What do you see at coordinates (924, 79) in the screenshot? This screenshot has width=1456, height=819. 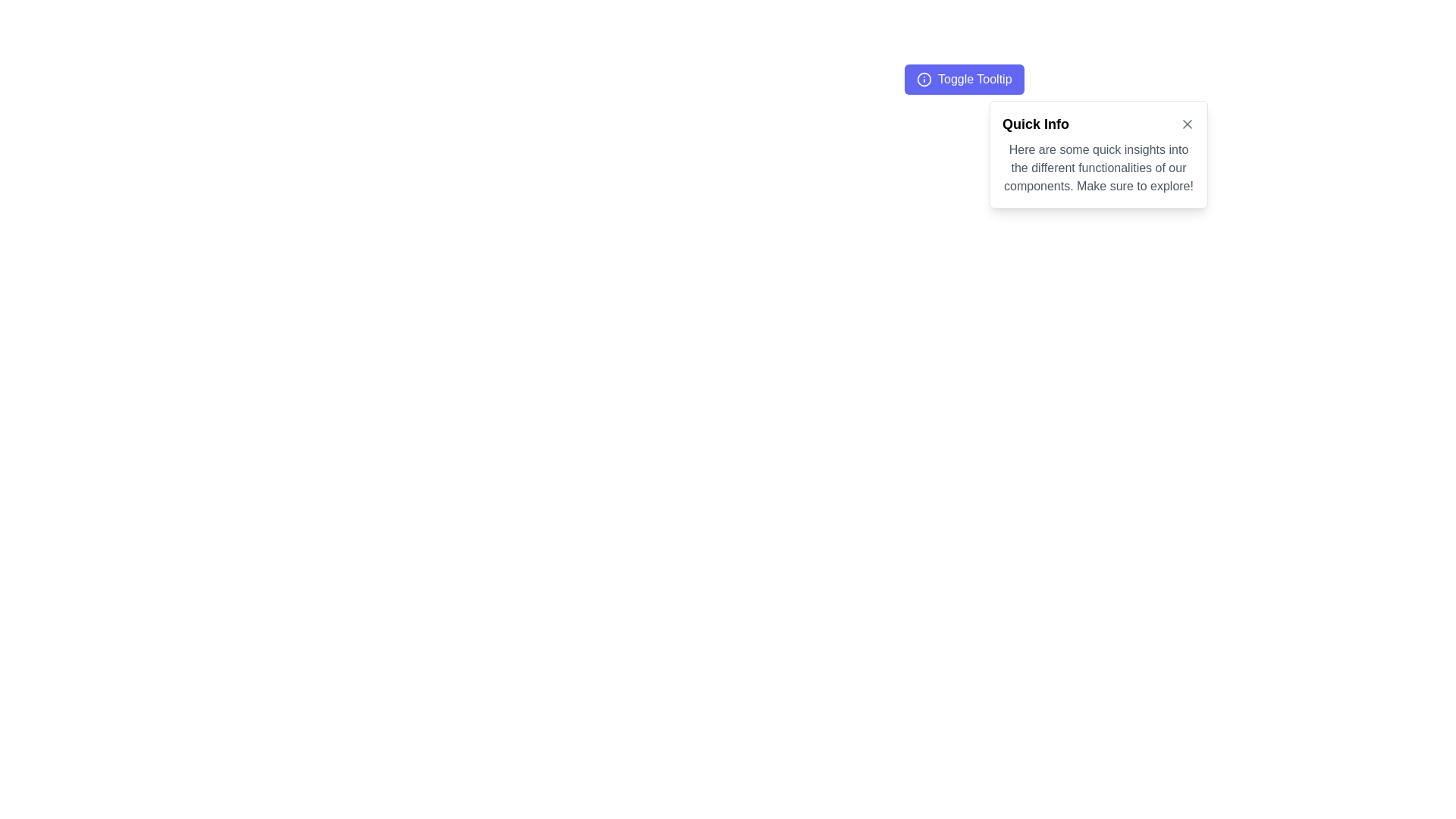 I see `the circular icon located to the left of the 'Toggle Tooltip' button` at bounding box center [924, 79].